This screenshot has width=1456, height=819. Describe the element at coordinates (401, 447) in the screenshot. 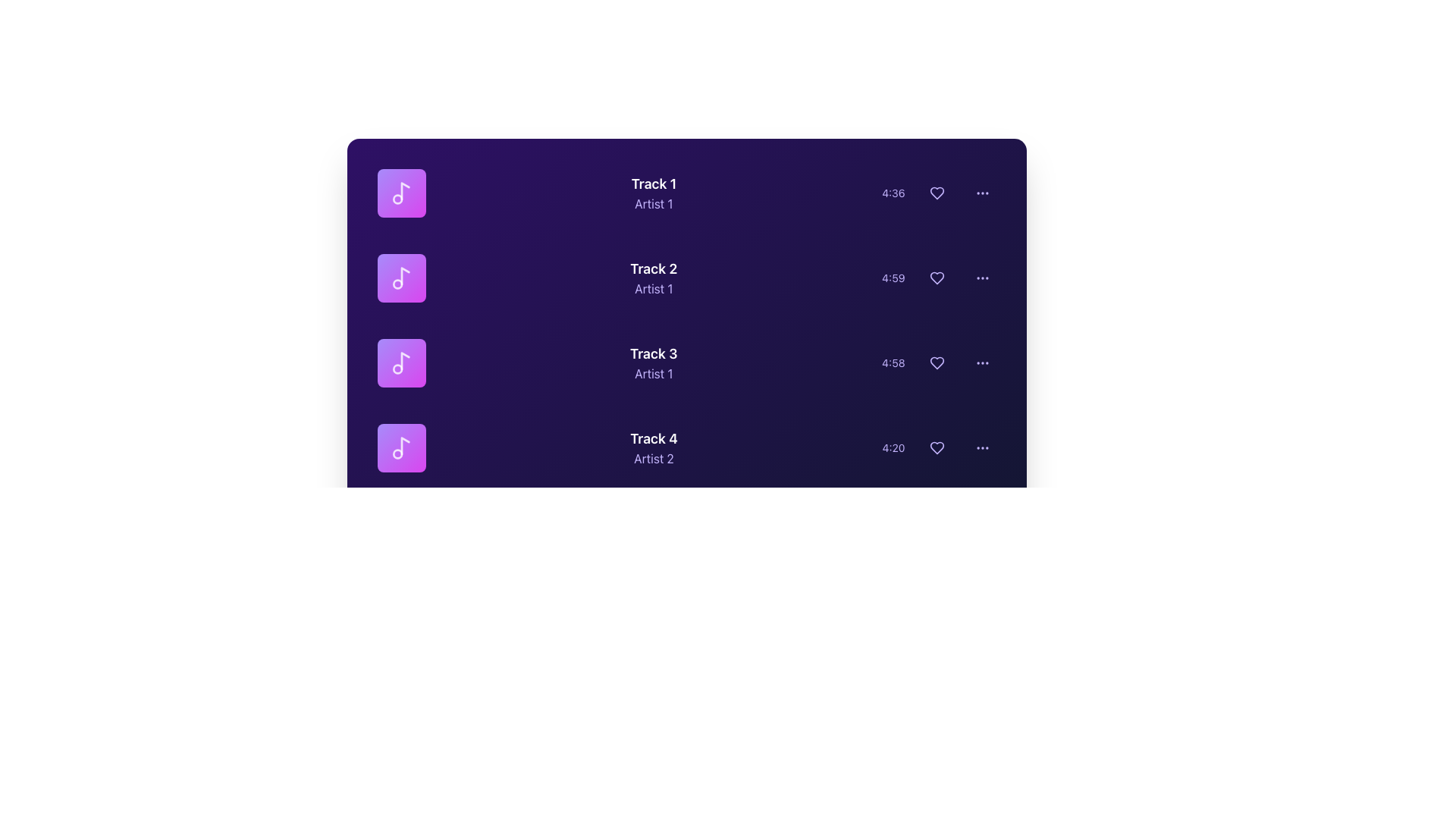

I see `the music note icon, which is the fourth in a vertical sequence of icons on a gradient purple background, aligned with the 'Track 4' label` at that location.